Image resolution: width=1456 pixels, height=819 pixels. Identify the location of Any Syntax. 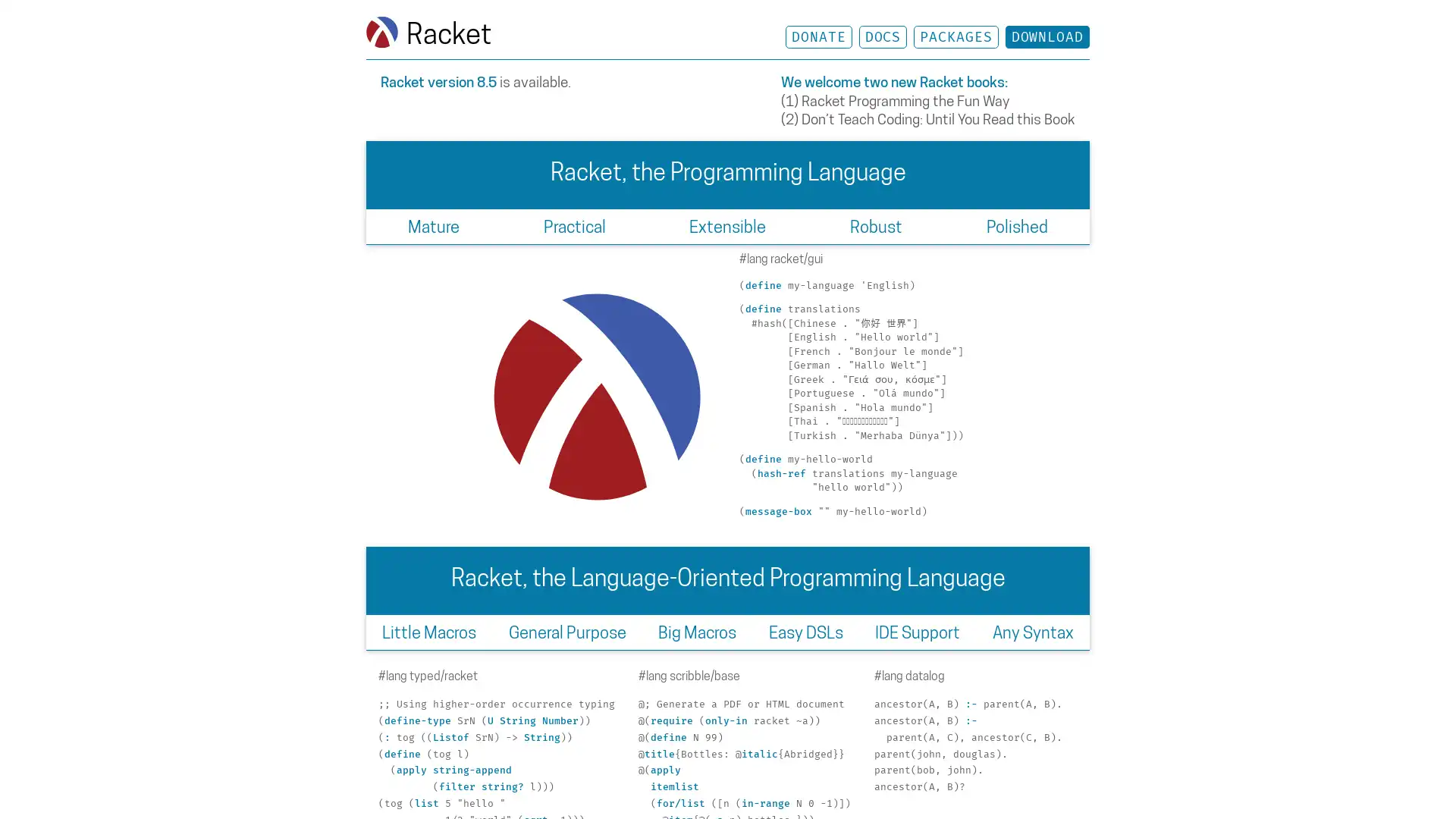
(1032, 632).